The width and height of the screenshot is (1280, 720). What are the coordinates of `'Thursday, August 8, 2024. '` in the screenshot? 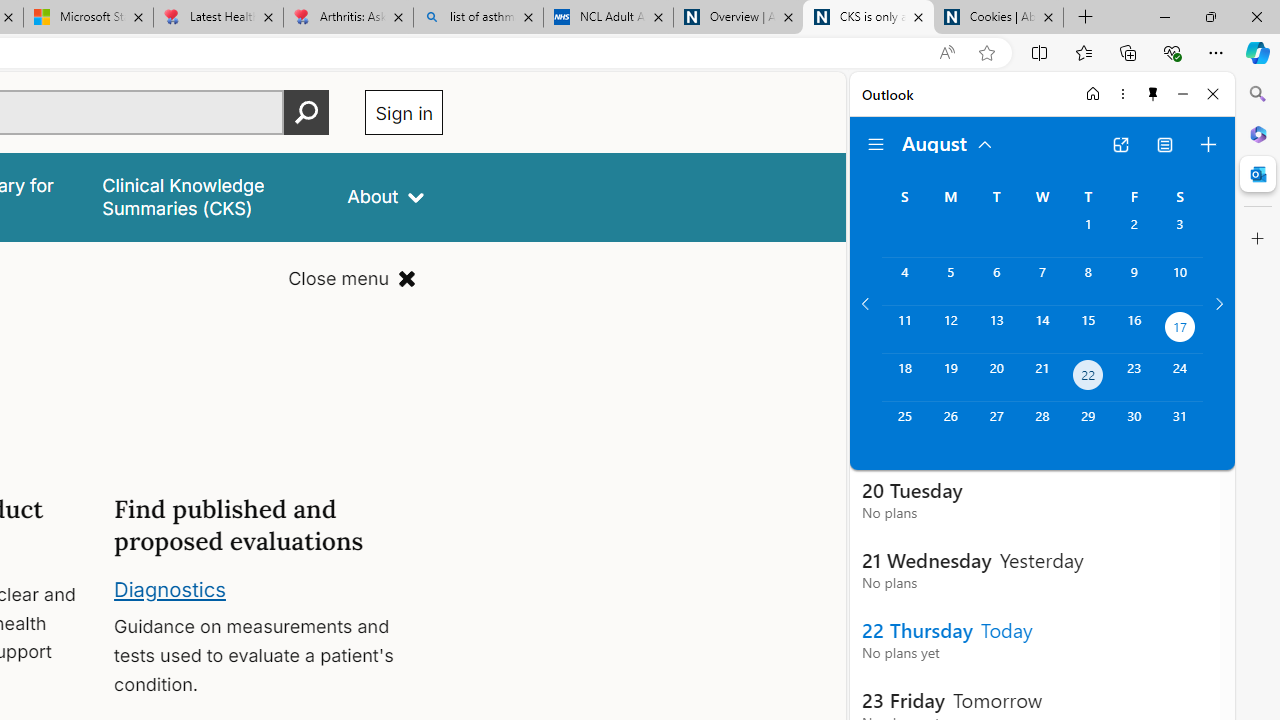 It's located at (1087, 281).